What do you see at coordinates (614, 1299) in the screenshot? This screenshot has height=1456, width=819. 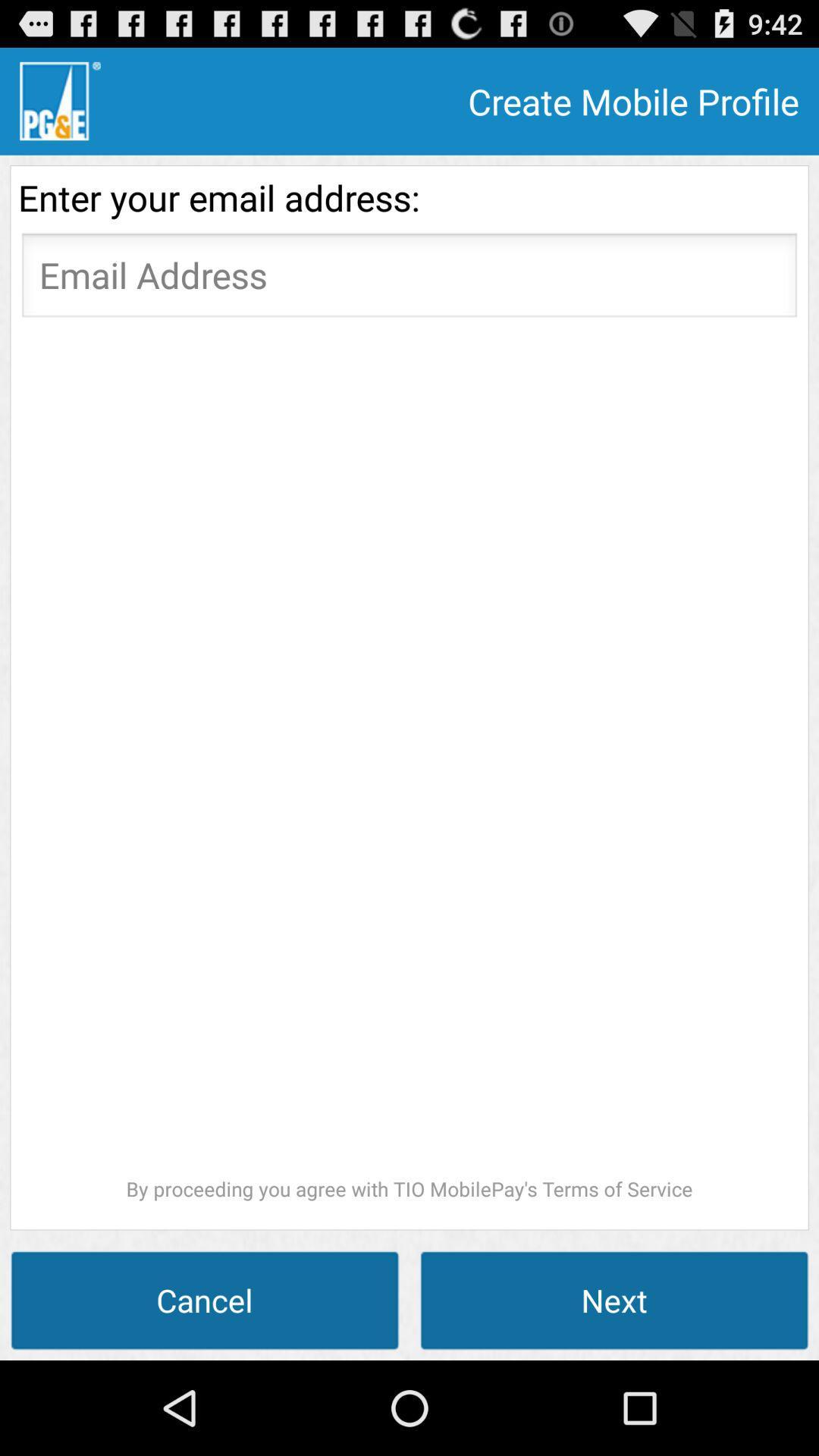 I see `the item below the by proceeding you item` at bounding box center [614, 1299].